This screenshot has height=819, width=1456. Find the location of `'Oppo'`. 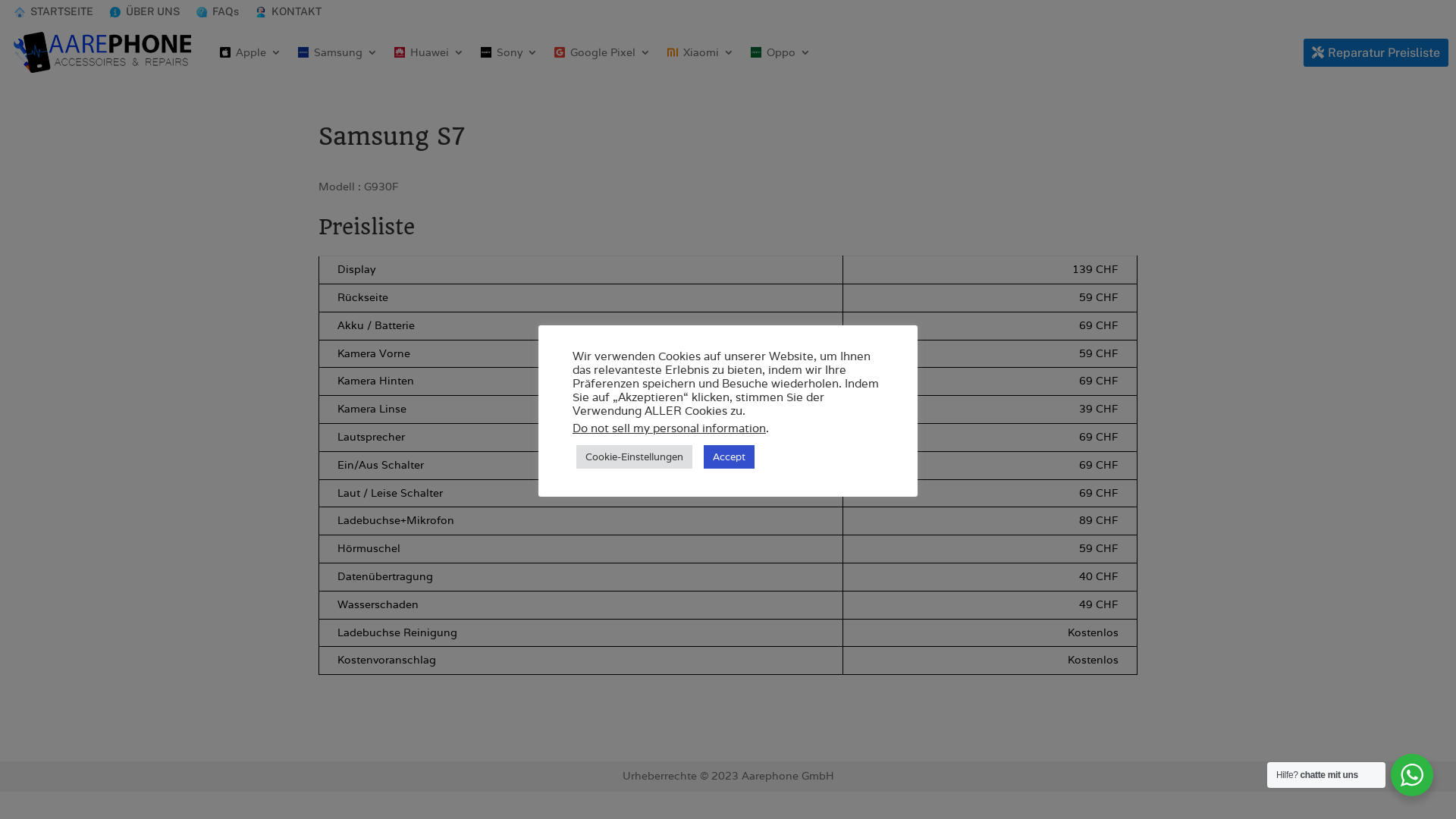

'Oppo' is located at coordinates (780, 52).